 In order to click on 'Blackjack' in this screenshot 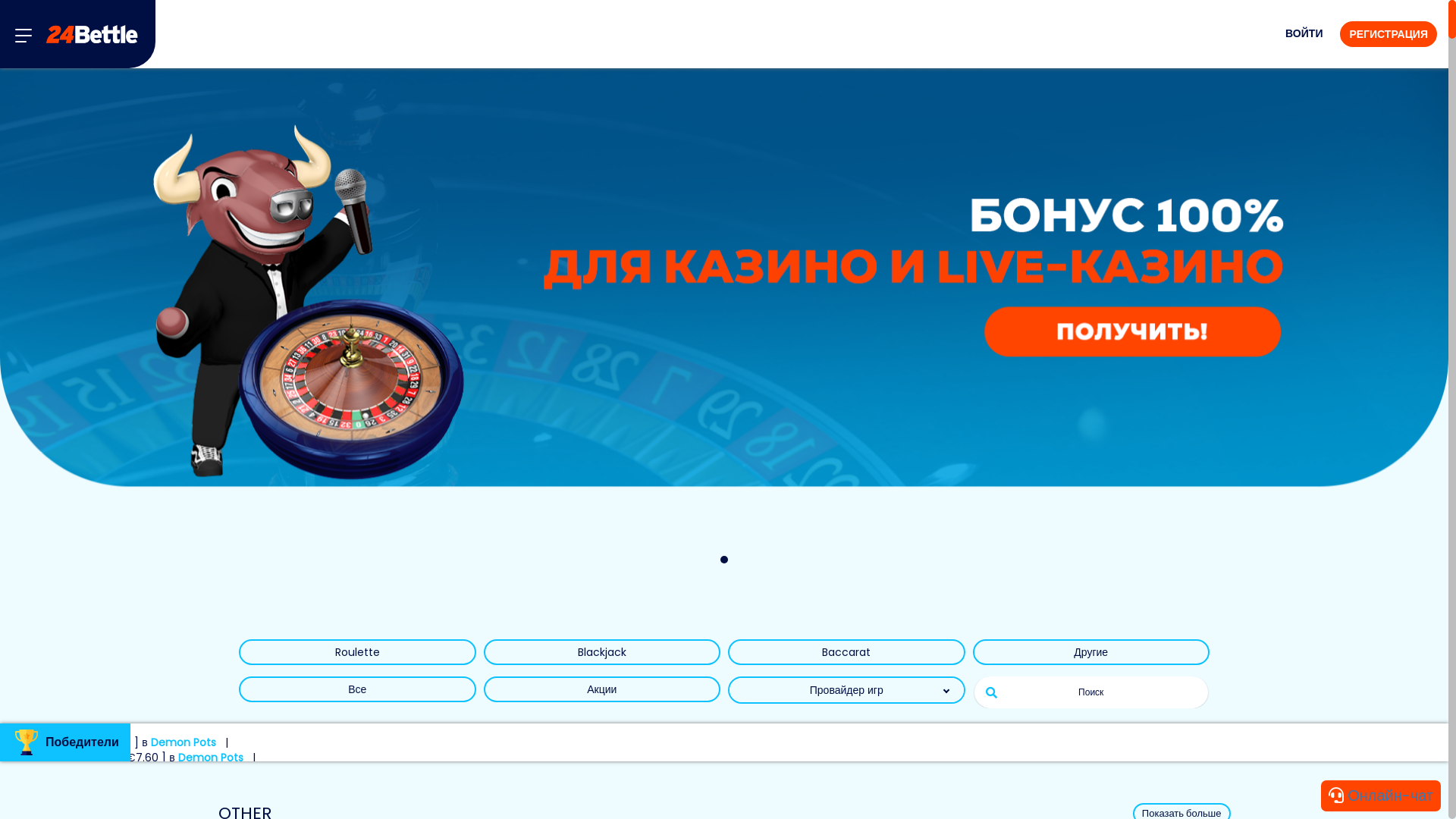, I will do `click(601, 651)`.